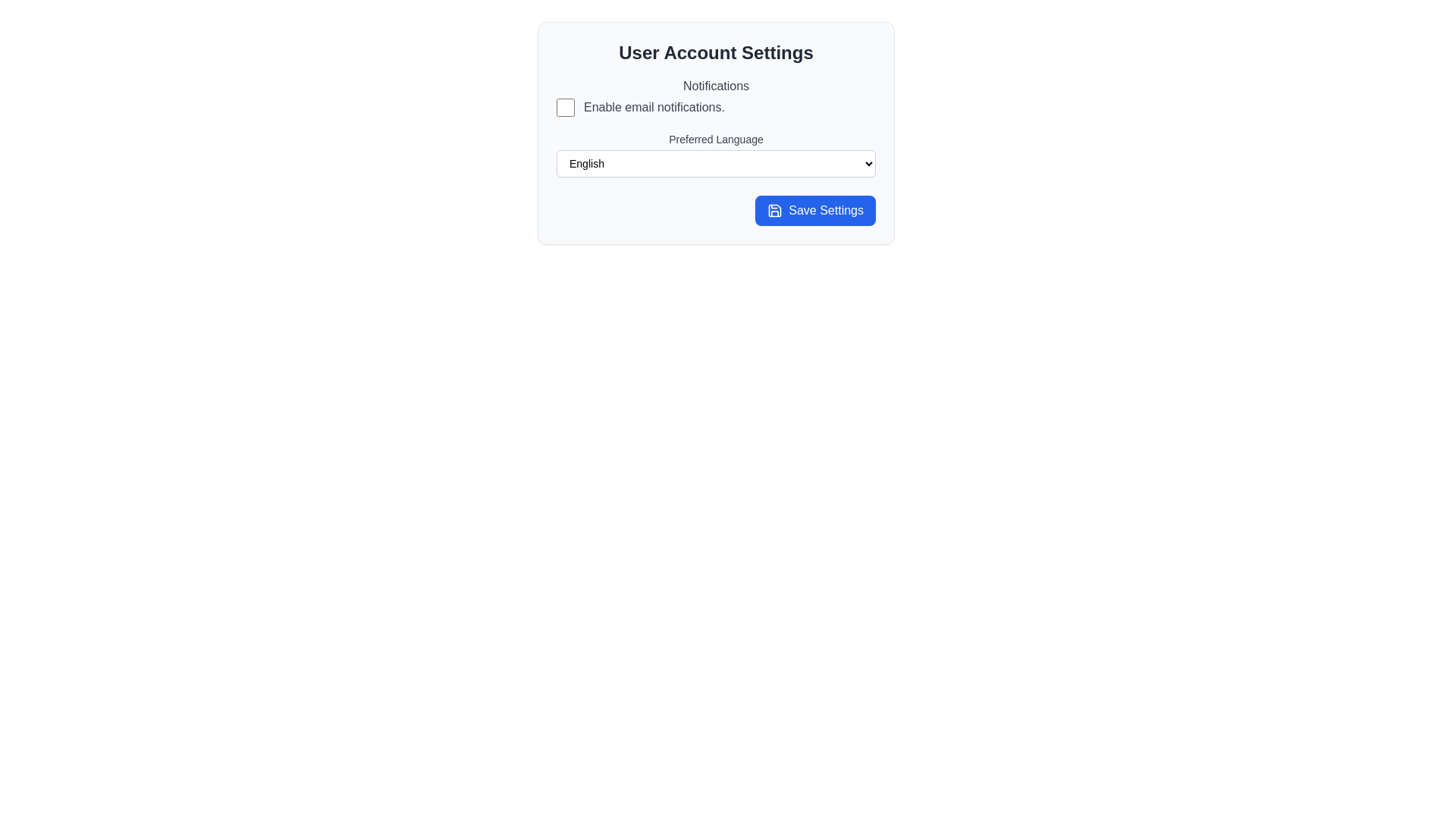  I want to click on the Dropdown menu located beneath the 'Preferred Language' title, so click(715, 164).